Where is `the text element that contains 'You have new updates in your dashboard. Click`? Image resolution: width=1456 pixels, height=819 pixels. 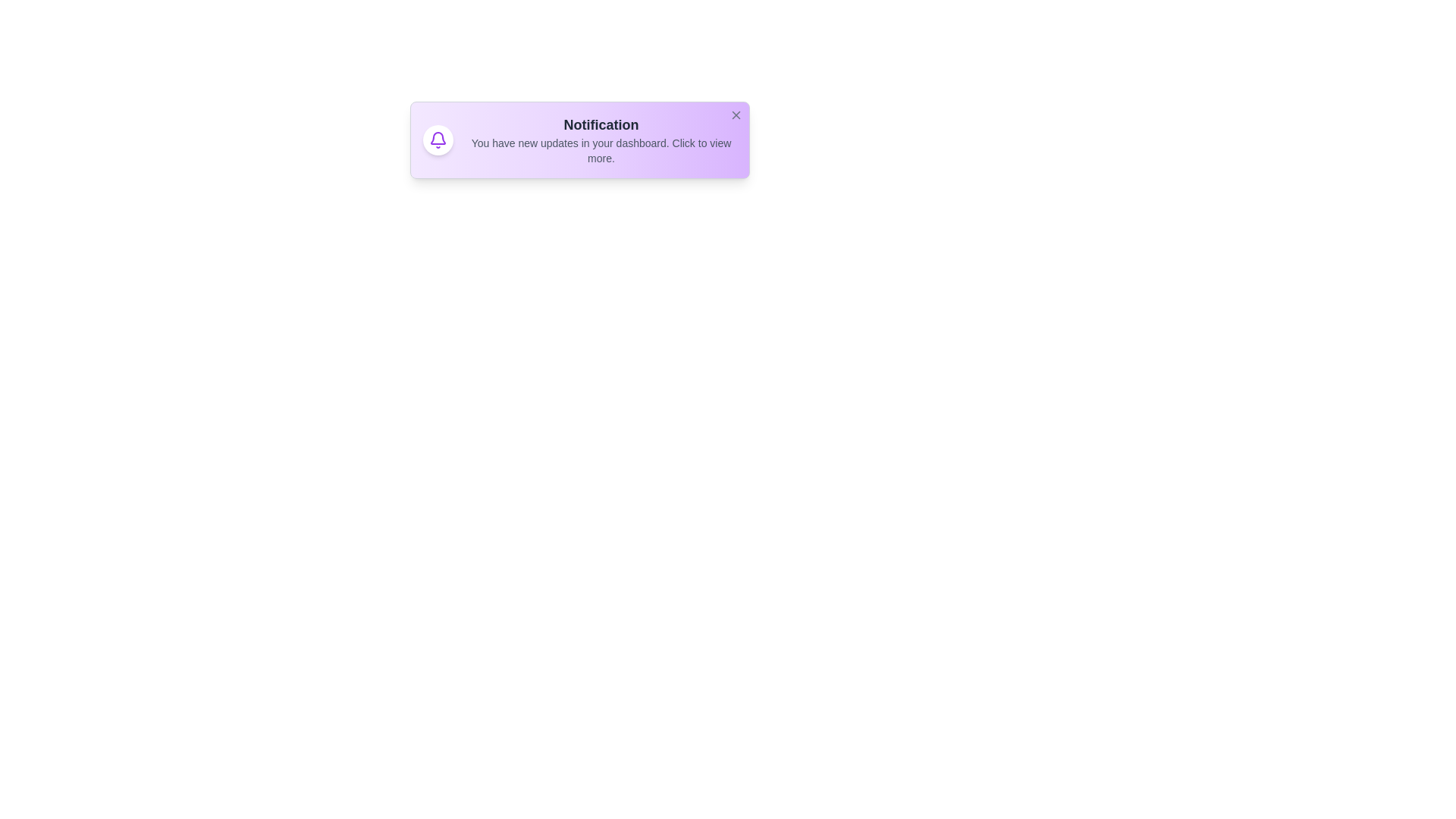
the text element that contains 'You have new updates in your dashboard. Click is located at coordinates (600, 151).